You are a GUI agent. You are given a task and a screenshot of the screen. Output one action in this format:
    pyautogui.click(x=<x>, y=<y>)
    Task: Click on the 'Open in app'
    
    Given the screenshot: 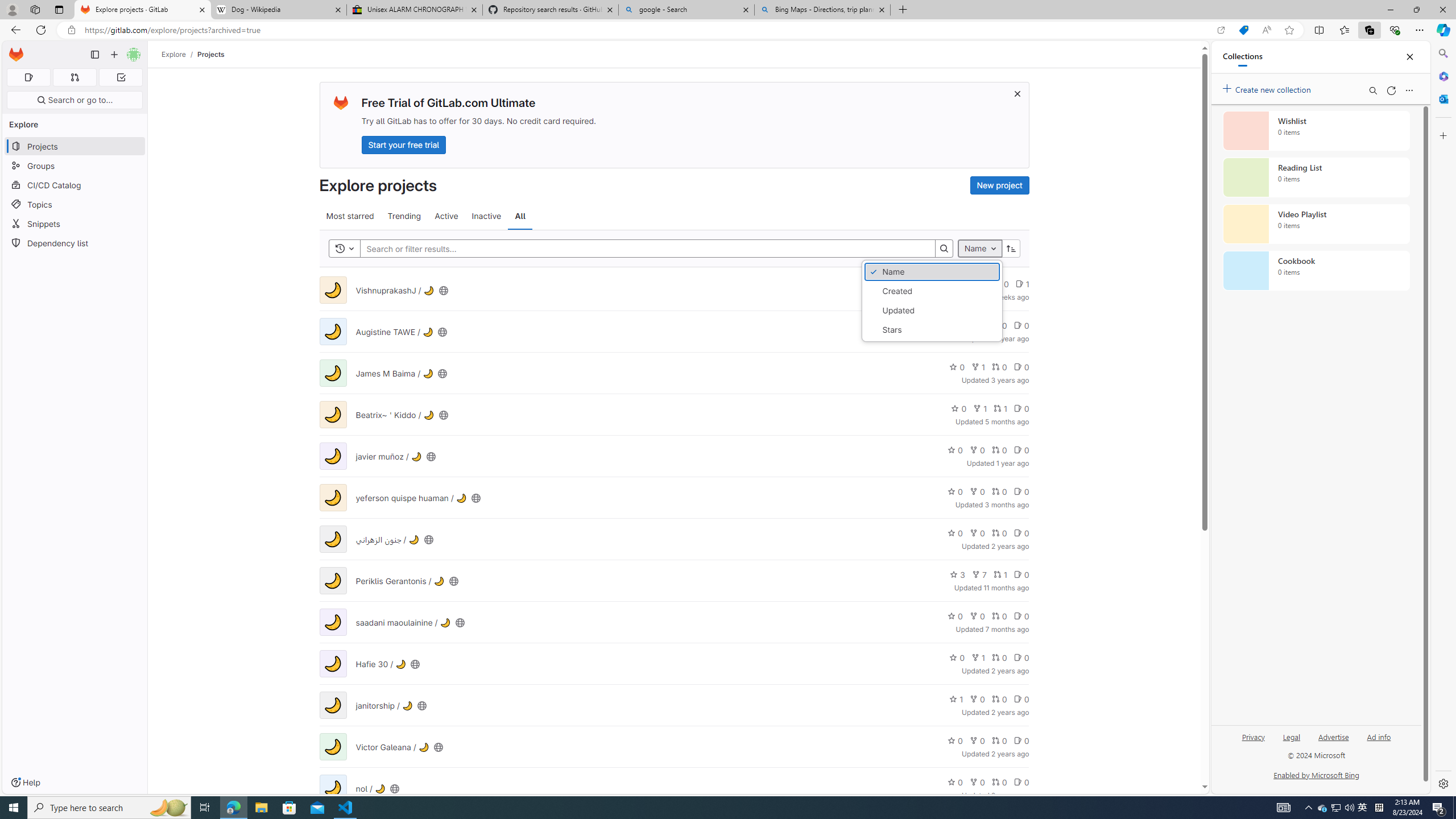 What is the action you would take?
    pyautogui.click(x=1220, y=30)
    